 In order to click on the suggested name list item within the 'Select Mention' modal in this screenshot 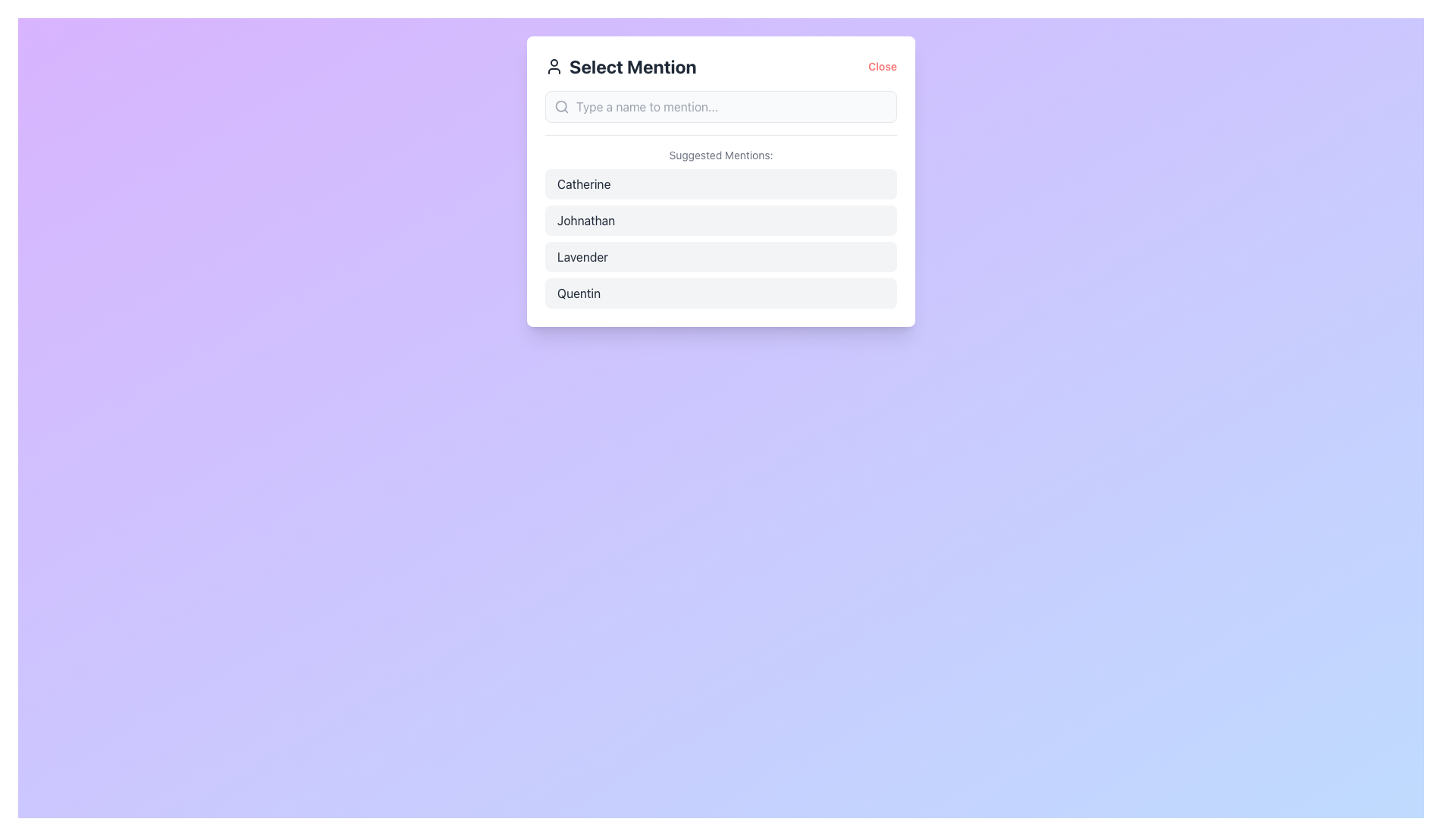, I will do `click(720, 239)`.